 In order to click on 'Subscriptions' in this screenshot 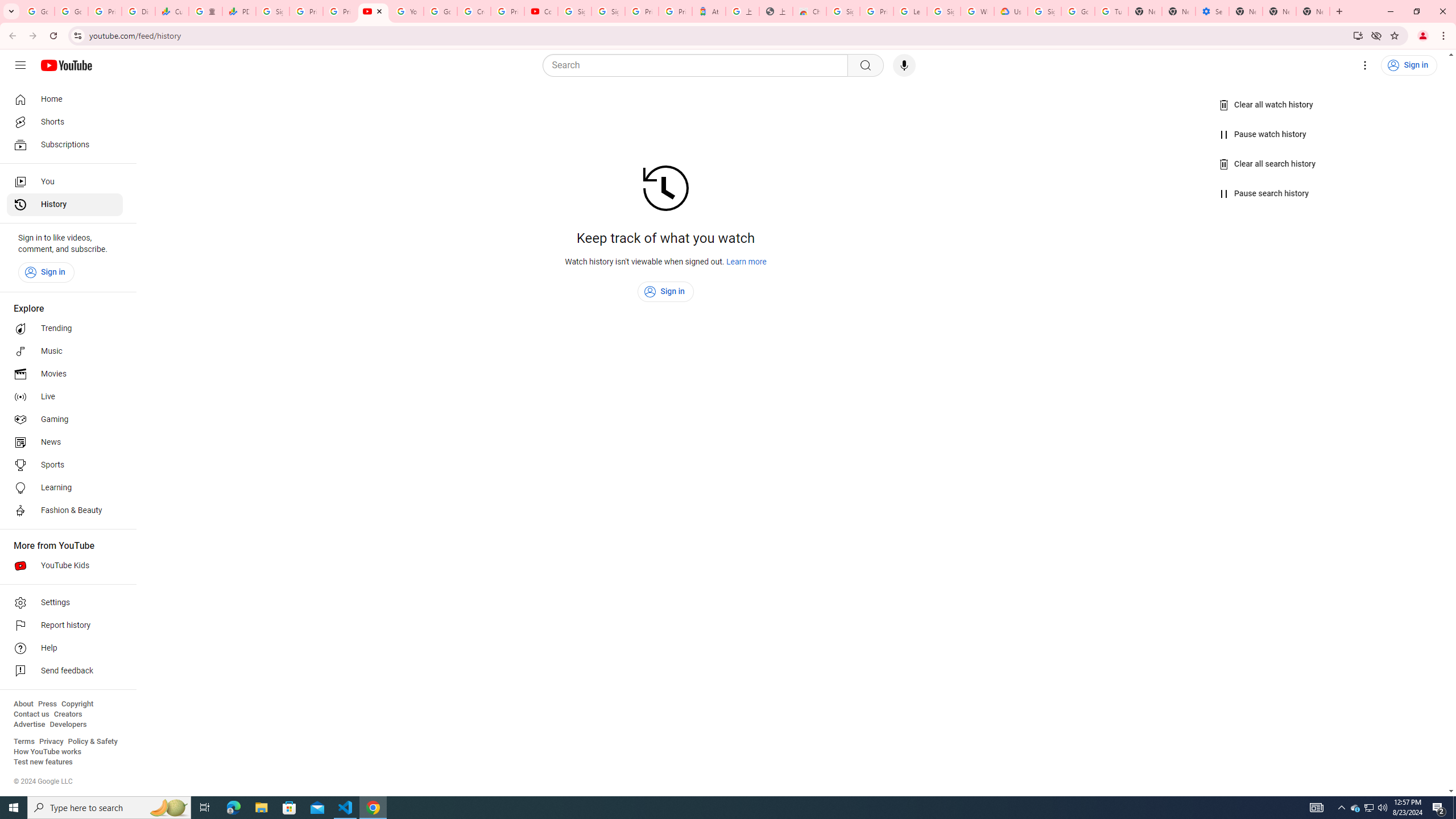, I will do `click(64, 144)`.